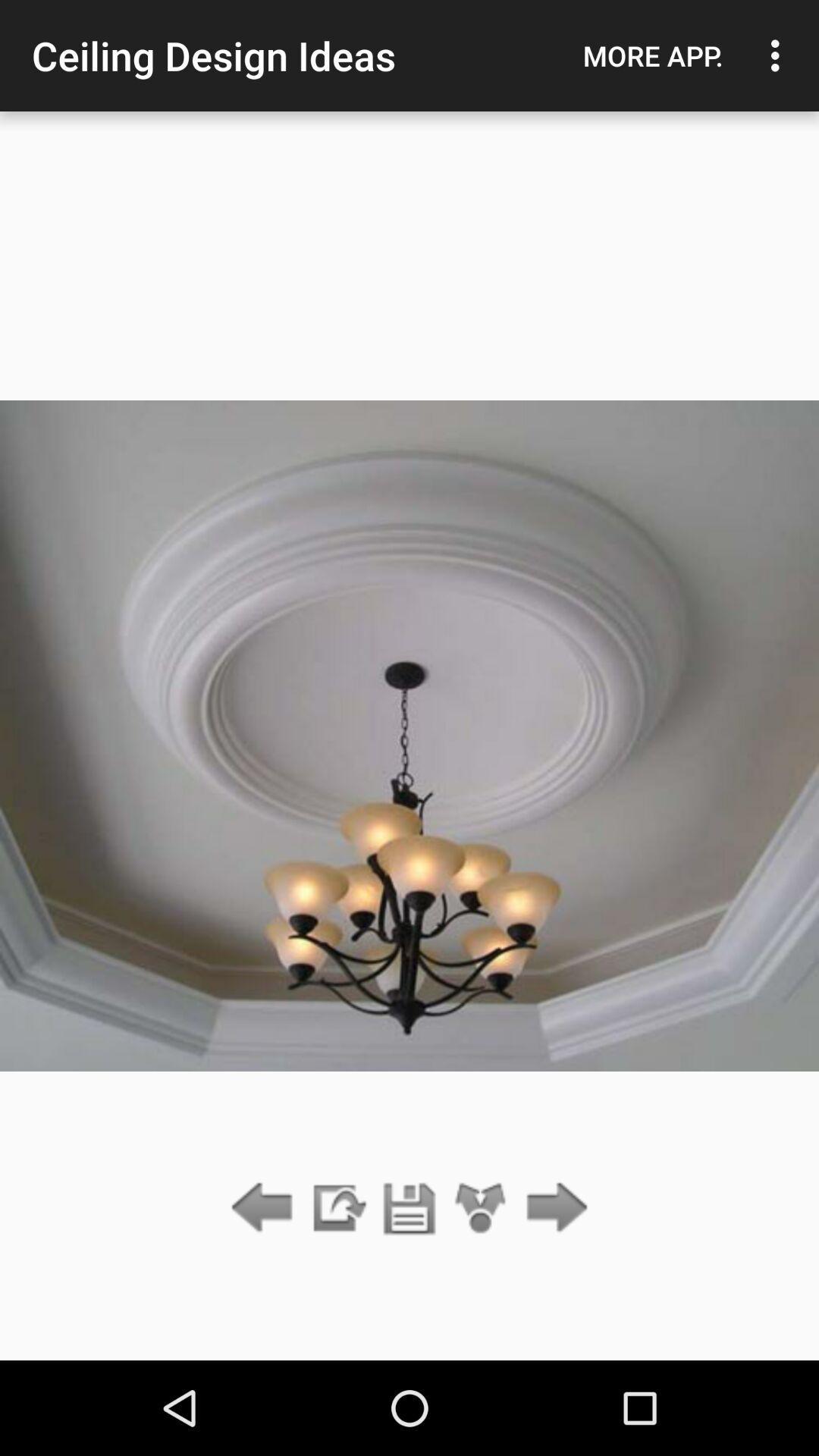 Image resolution: width=819 pixels, height=1456 pixels. I want to click on the item at the bottom right corner, so click(553, 1208).